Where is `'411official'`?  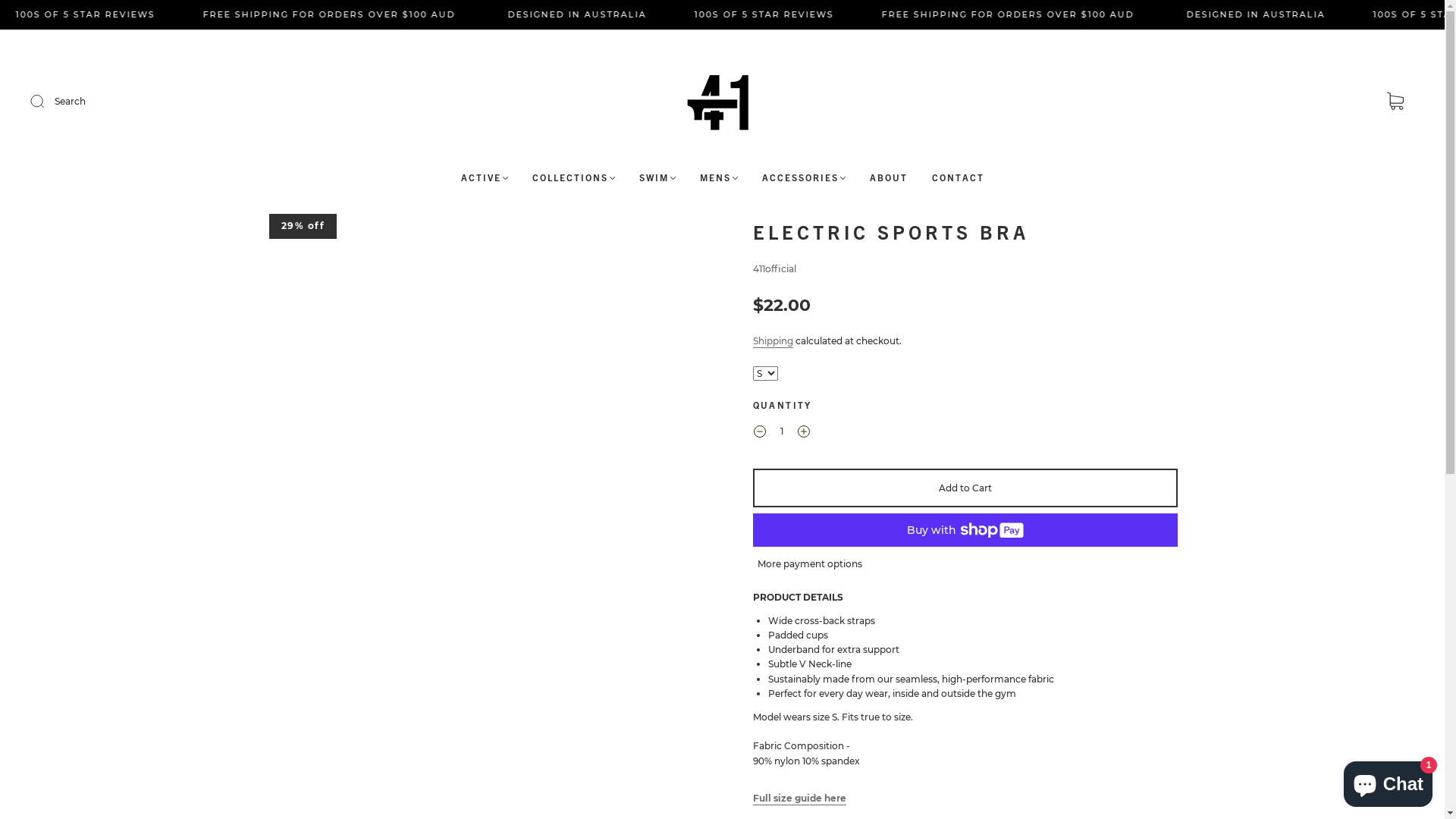 '411official' is located at coordinates (773, 268).